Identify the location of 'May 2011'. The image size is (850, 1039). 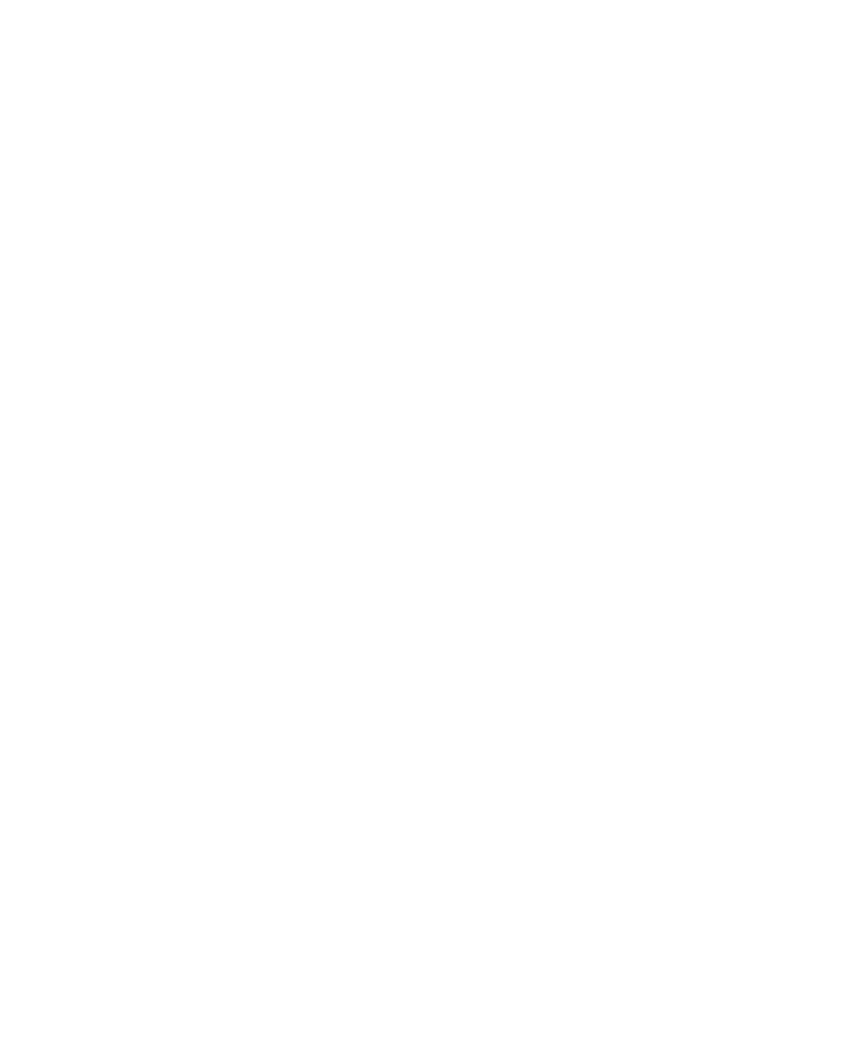
(123, 994).